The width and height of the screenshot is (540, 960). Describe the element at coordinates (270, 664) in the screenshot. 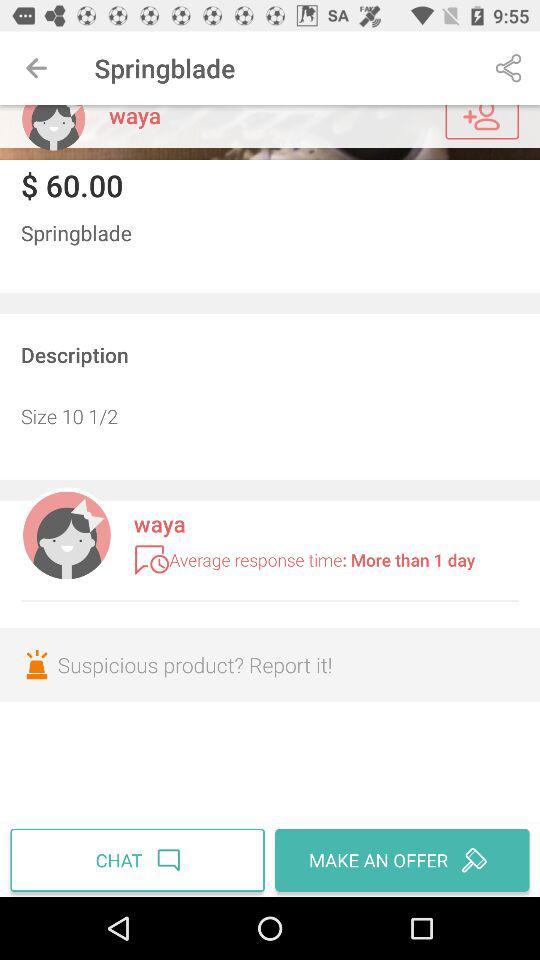

I see `the suspicious product report icon` at that location.